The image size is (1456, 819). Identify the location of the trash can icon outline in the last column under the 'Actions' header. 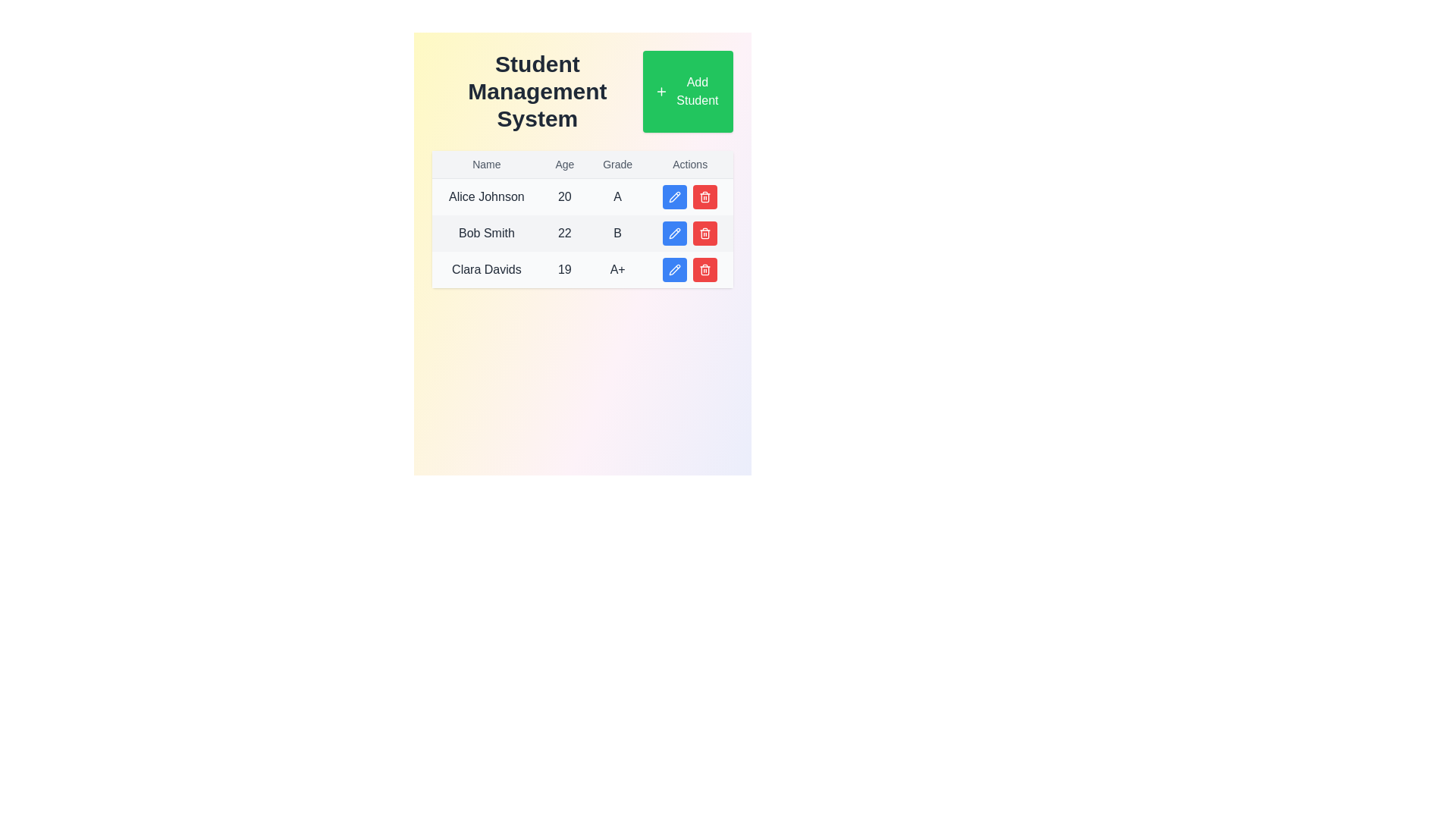
(704, 270).